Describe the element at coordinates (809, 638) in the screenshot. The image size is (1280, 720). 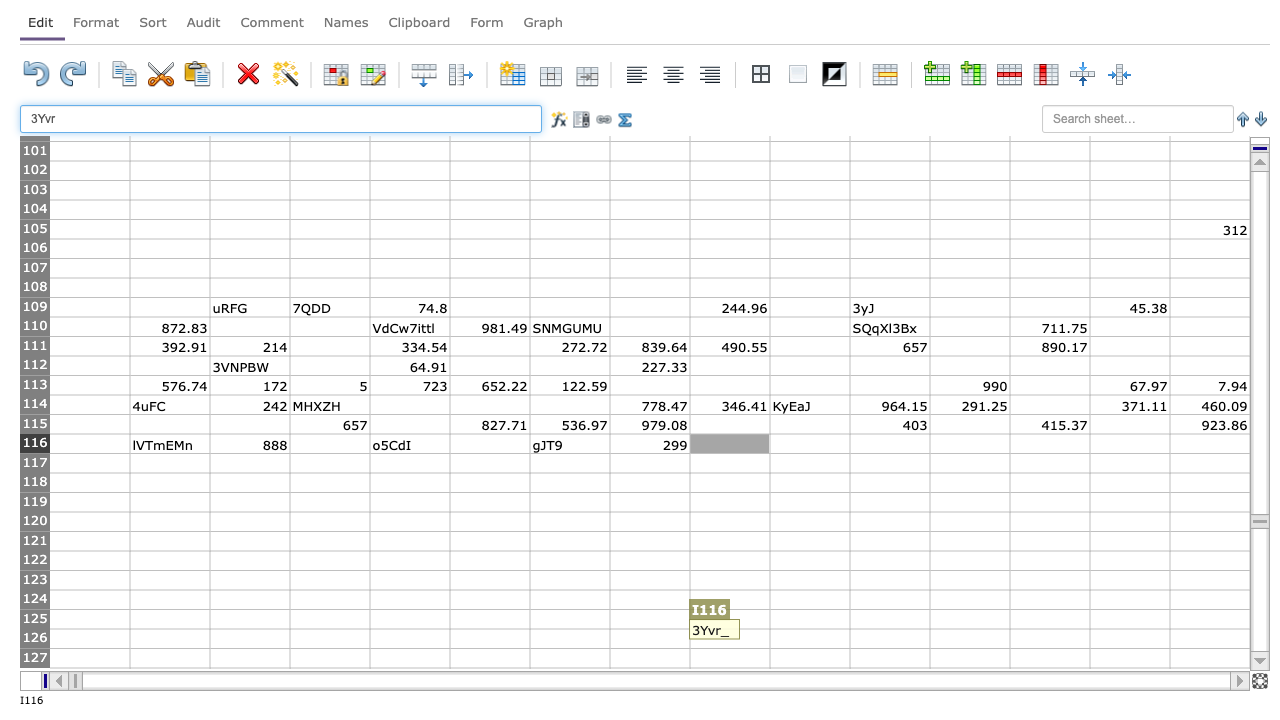
I see `J126` at that location.